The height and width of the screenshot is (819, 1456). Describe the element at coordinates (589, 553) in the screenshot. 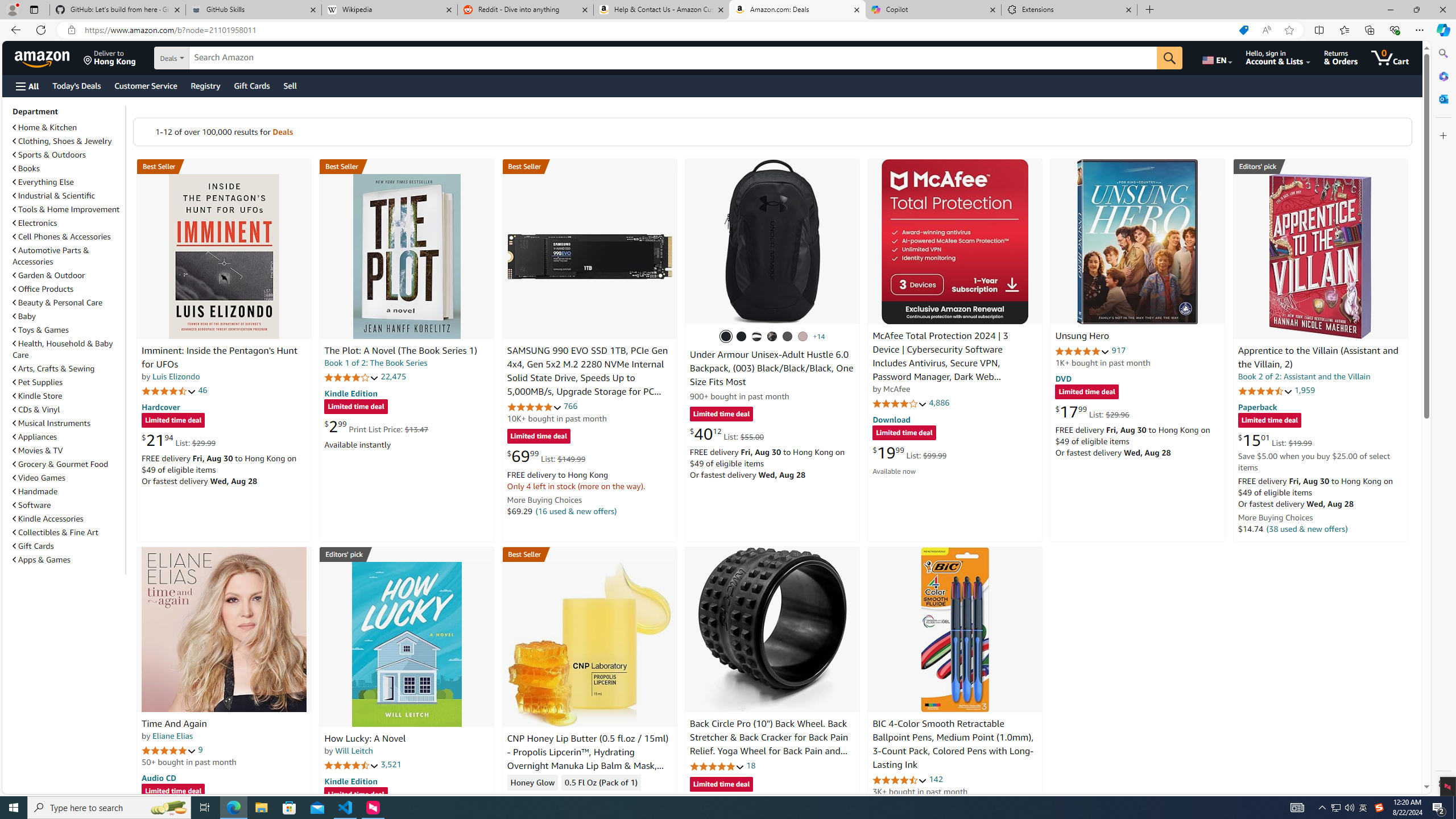

I see `'Best Seller in Lip Butters'` at that location.